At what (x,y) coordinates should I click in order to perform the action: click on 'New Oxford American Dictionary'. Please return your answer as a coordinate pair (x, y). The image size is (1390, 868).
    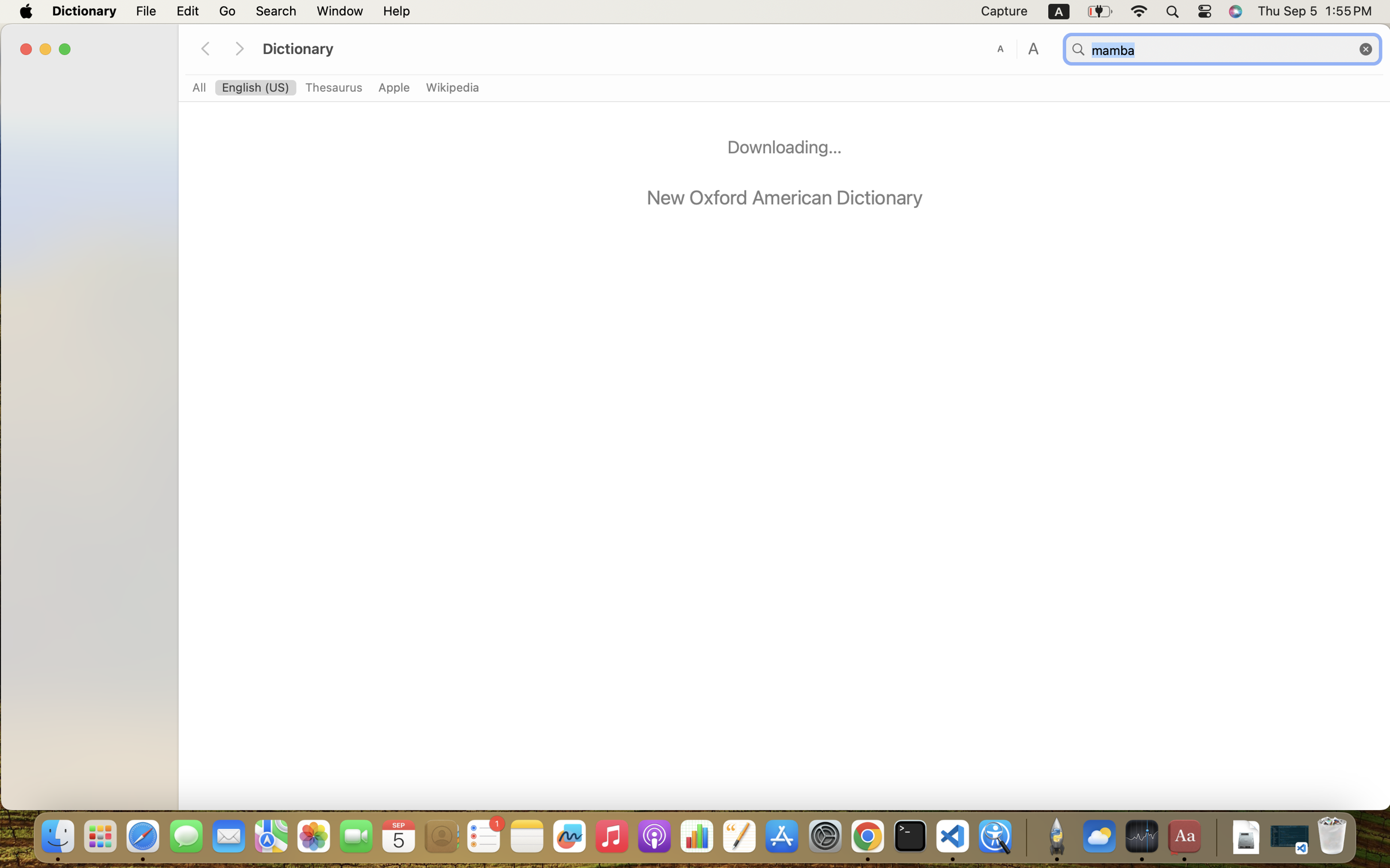
    Looking at the image, I should click on (784, 197).